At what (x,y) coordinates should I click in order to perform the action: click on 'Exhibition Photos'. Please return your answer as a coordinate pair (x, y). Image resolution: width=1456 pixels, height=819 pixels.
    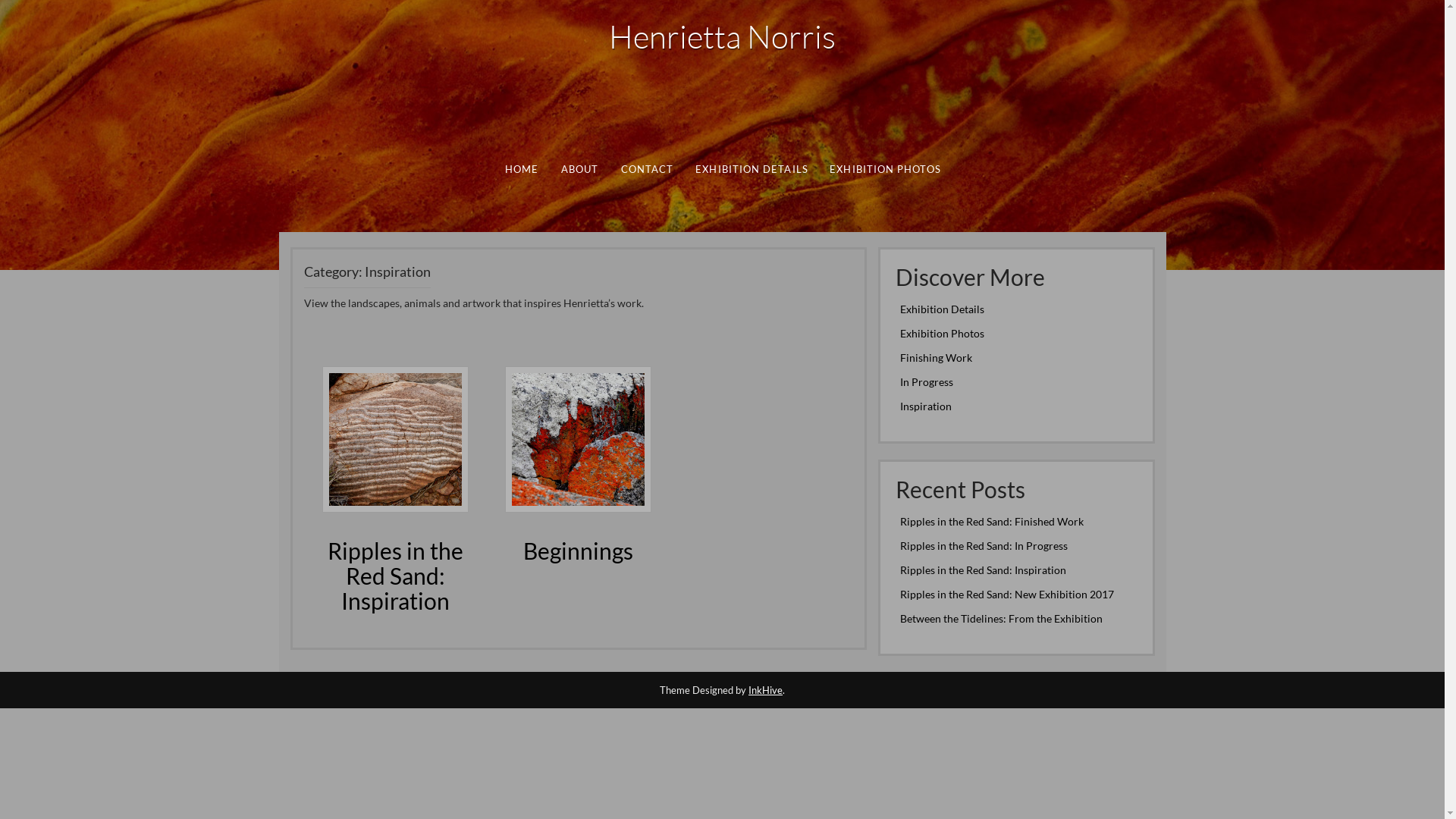
    Looking at the image, I should click on (940, 332).